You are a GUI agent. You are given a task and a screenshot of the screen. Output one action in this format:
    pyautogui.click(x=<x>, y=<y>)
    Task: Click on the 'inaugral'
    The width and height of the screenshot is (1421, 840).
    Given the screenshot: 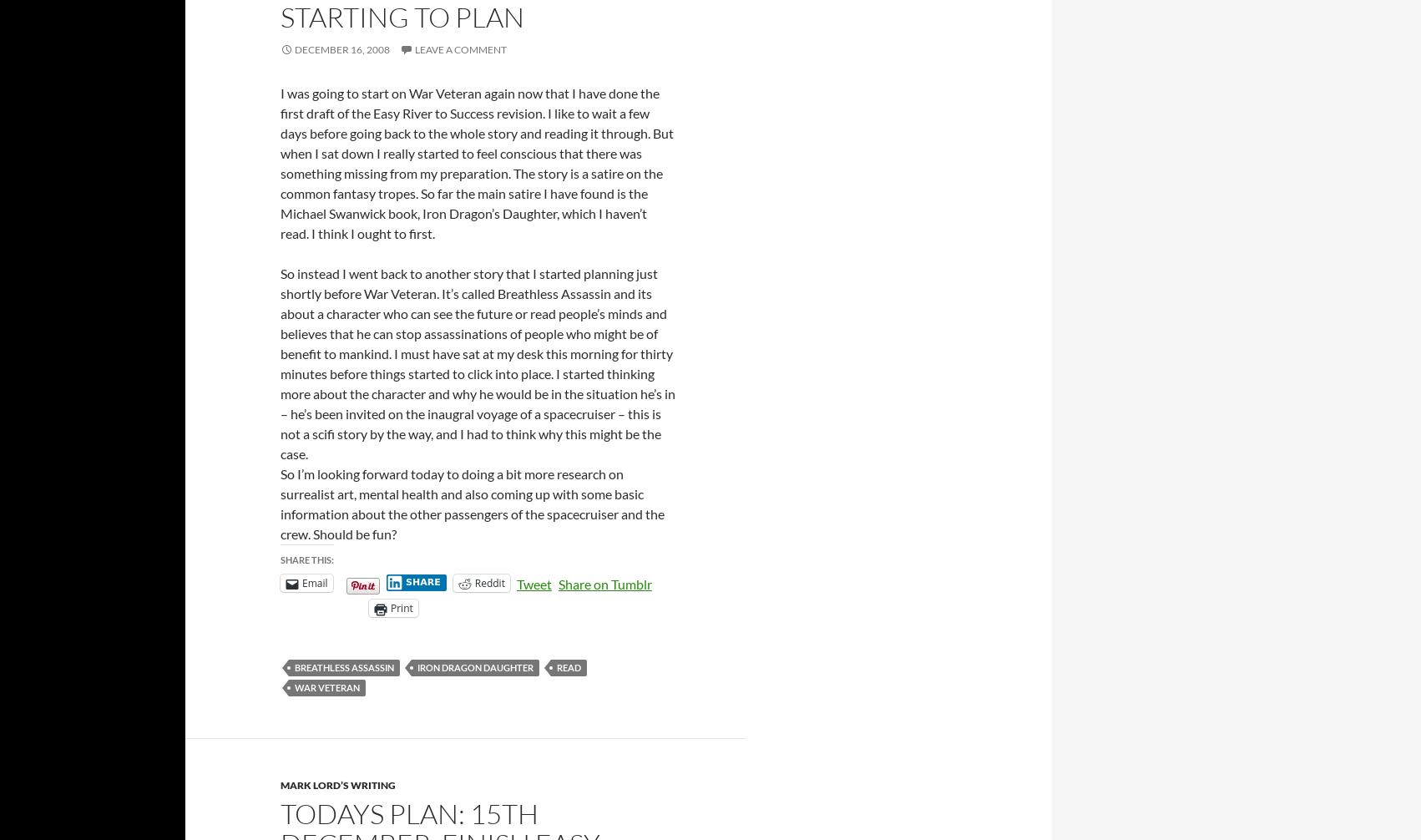 What is the action you would take?
    pyautogui.click(x=426, y=412)
    